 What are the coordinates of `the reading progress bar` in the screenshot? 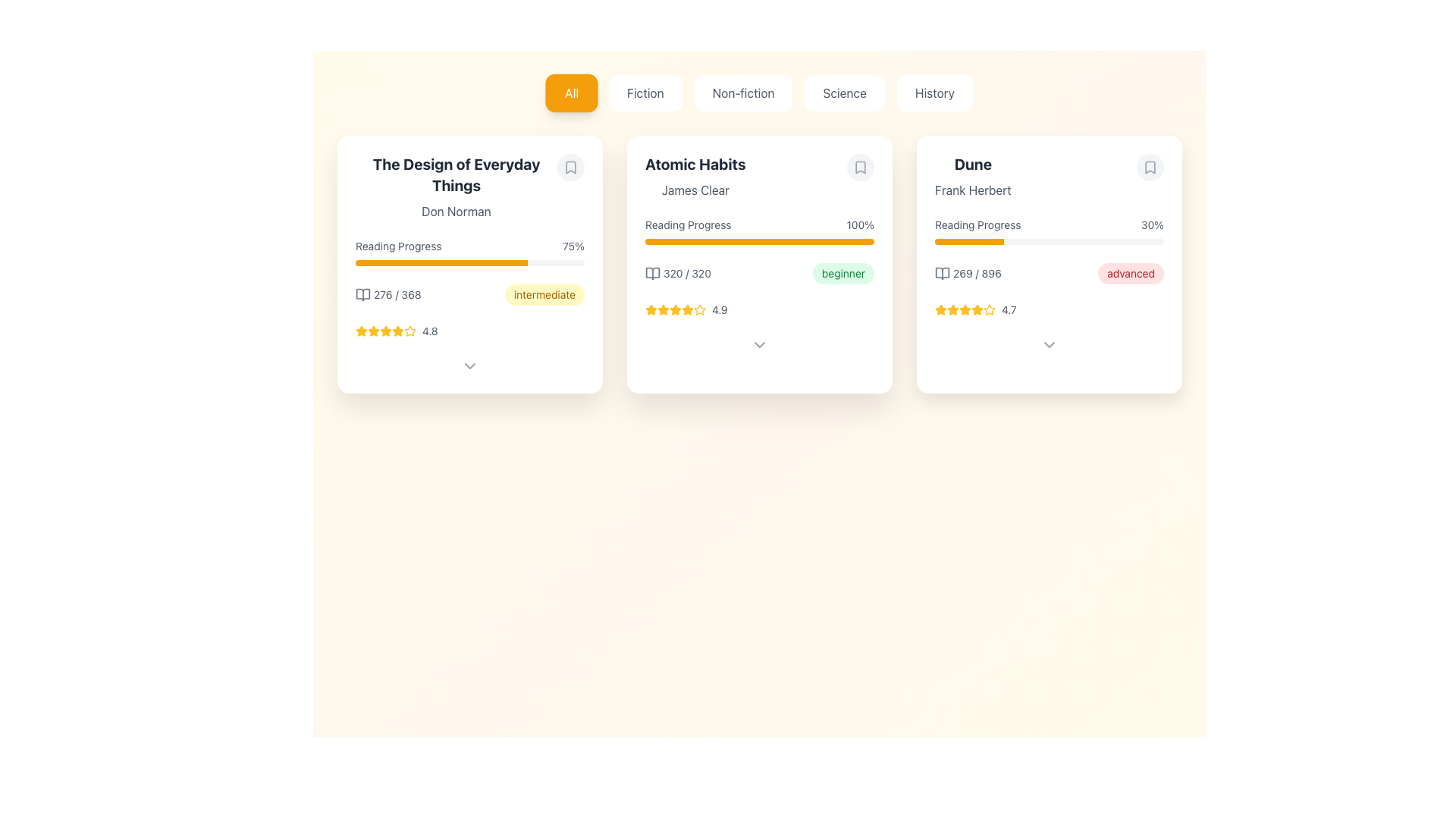 It's located at (395, 262).